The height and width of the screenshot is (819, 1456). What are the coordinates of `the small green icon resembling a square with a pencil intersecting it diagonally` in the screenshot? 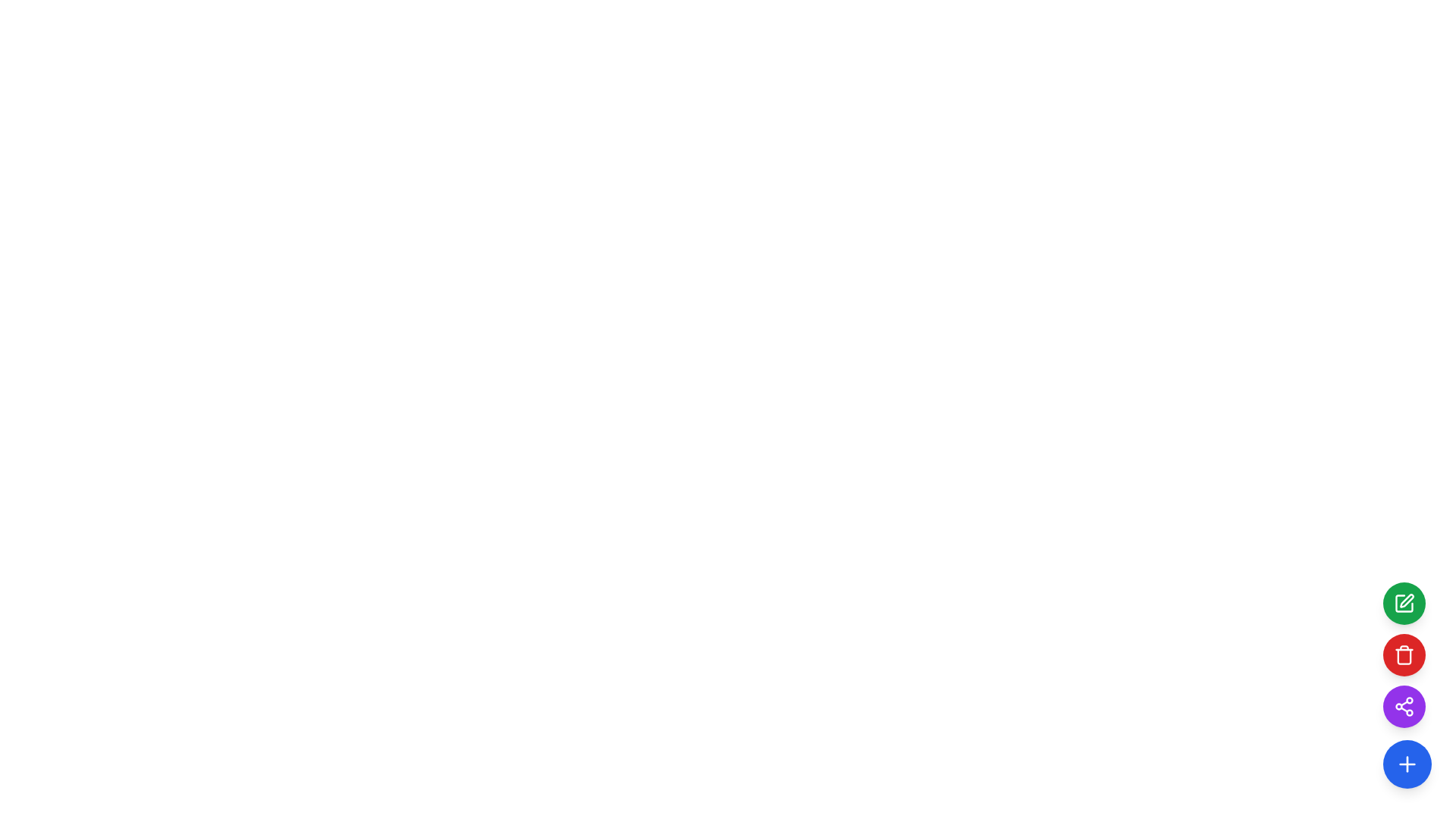 It's located at (1406, 600).